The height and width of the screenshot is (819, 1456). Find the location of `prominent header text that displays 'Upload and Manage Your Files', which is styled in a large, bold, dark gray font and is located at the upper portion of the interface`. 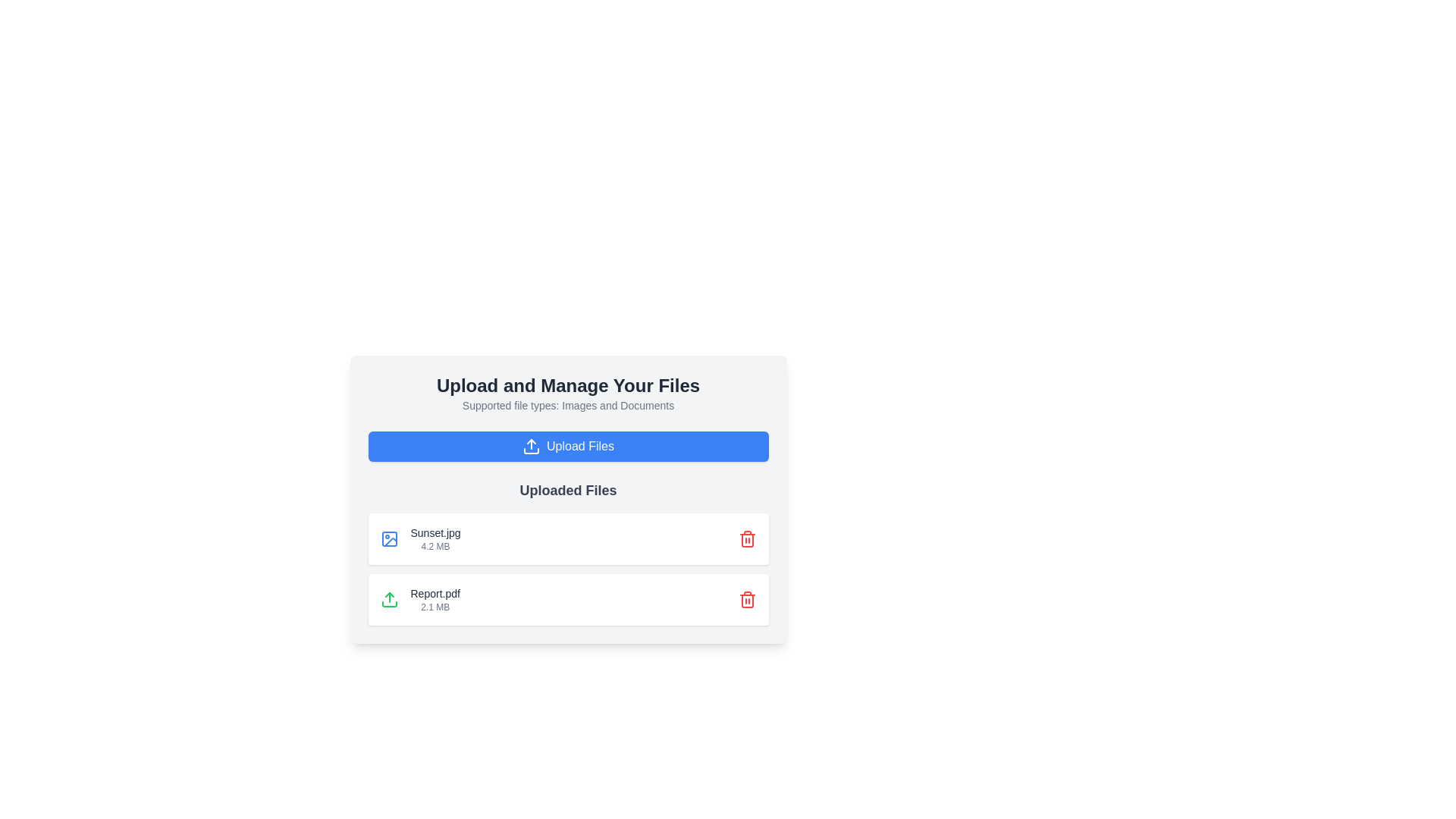

prominent header text that displays 'Upload and Manage Your Files', which is styled in a large, bold, dark gray font and is located at the upper portion of the interface is located at coordinates (567, 385).